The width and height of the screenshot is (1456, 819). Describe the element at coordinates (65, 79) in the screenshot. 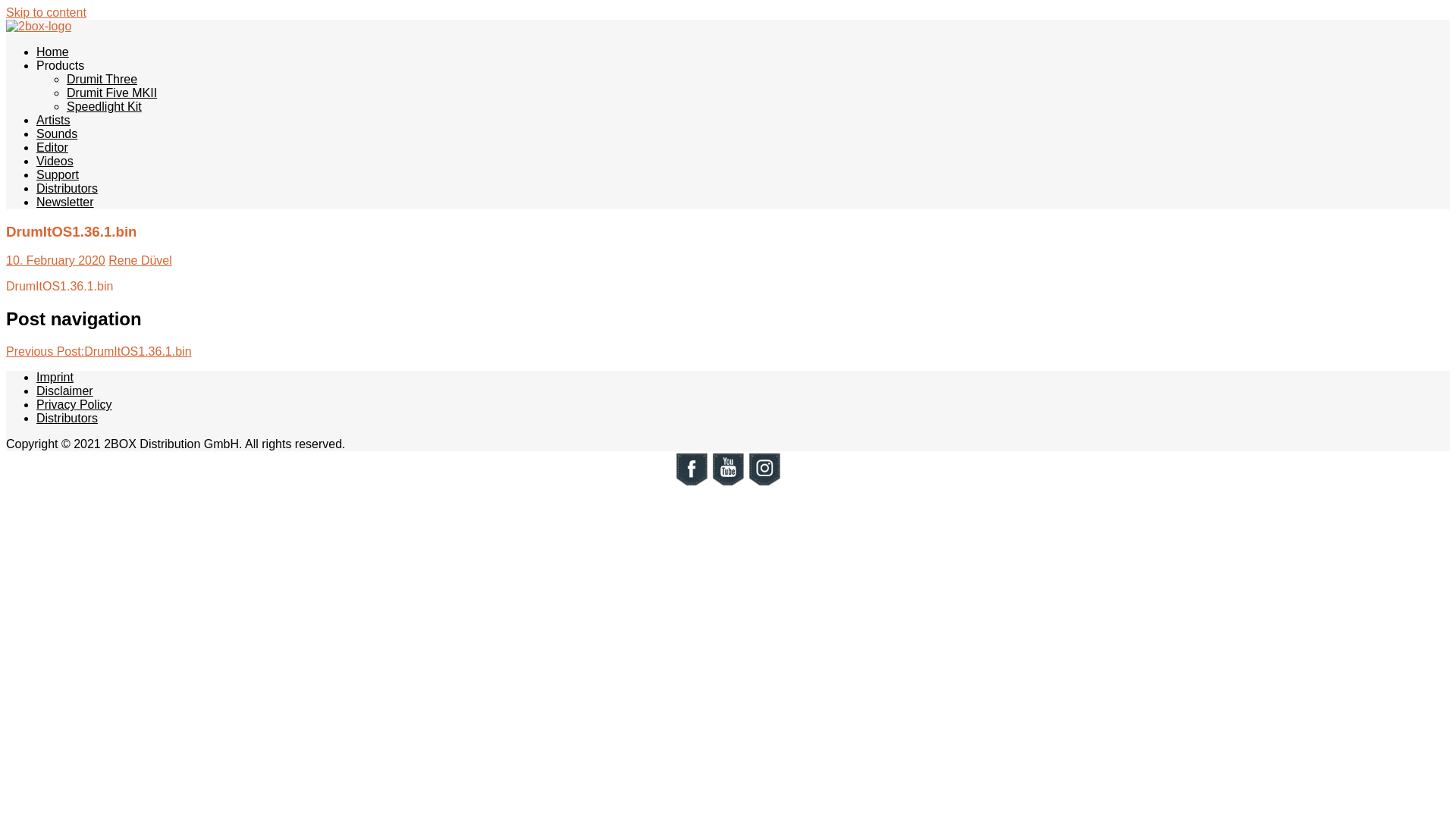

I see `'Drumit Three'` at that location.